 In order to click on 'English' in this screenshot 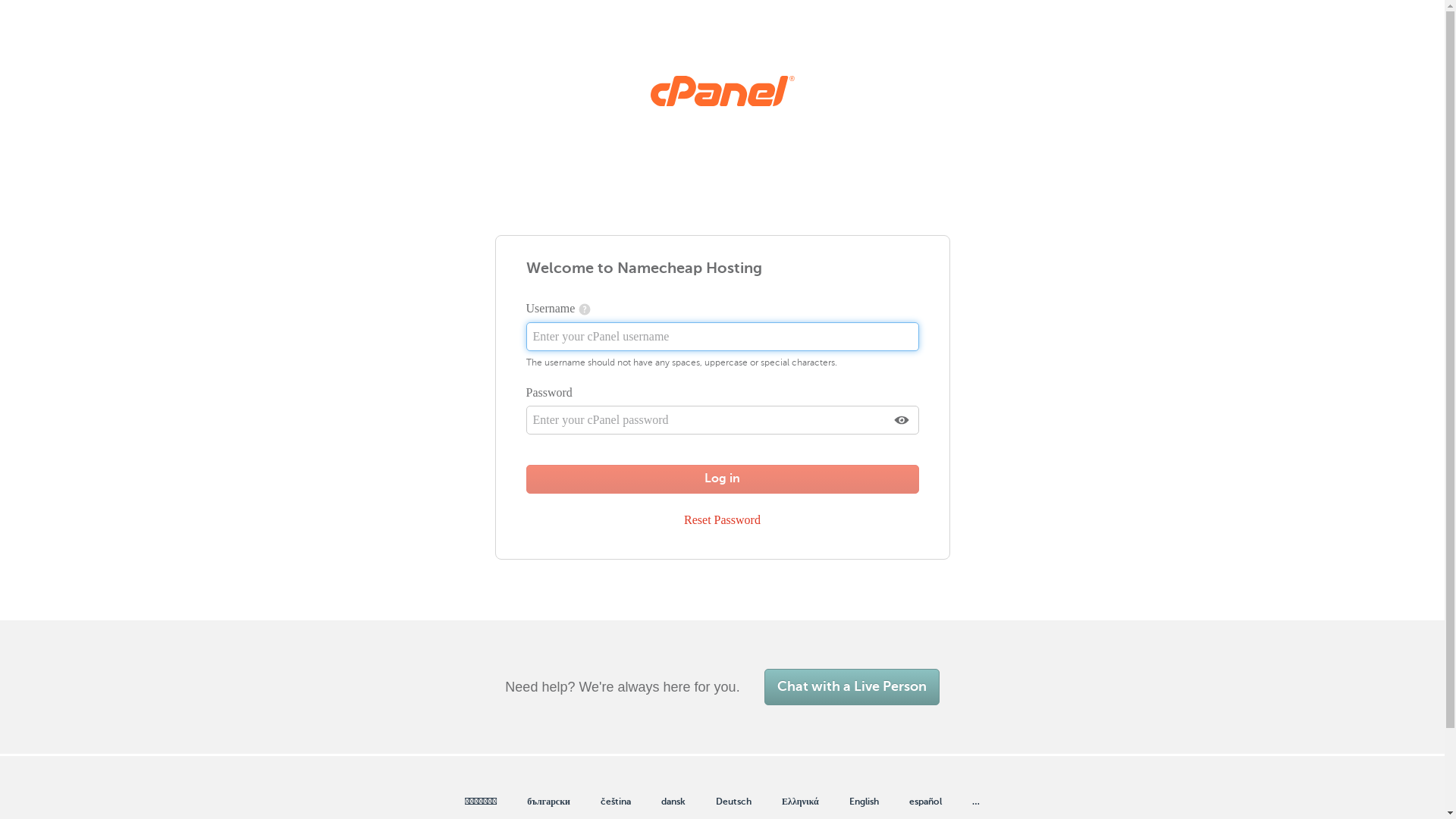, I will do `click(864, 801)`.